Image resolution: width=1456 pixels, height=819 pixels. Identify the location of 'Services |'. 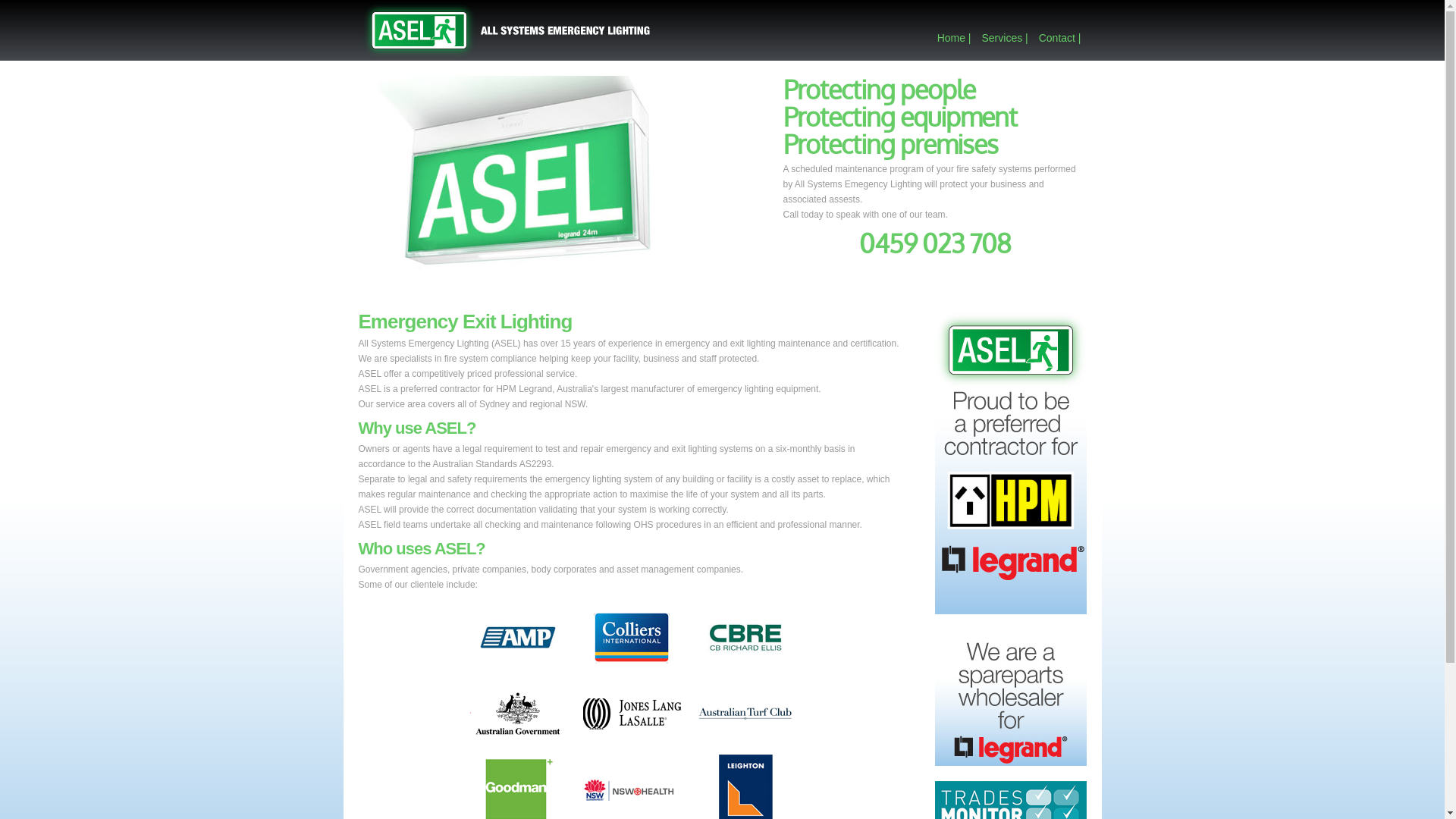
(1004, 37).